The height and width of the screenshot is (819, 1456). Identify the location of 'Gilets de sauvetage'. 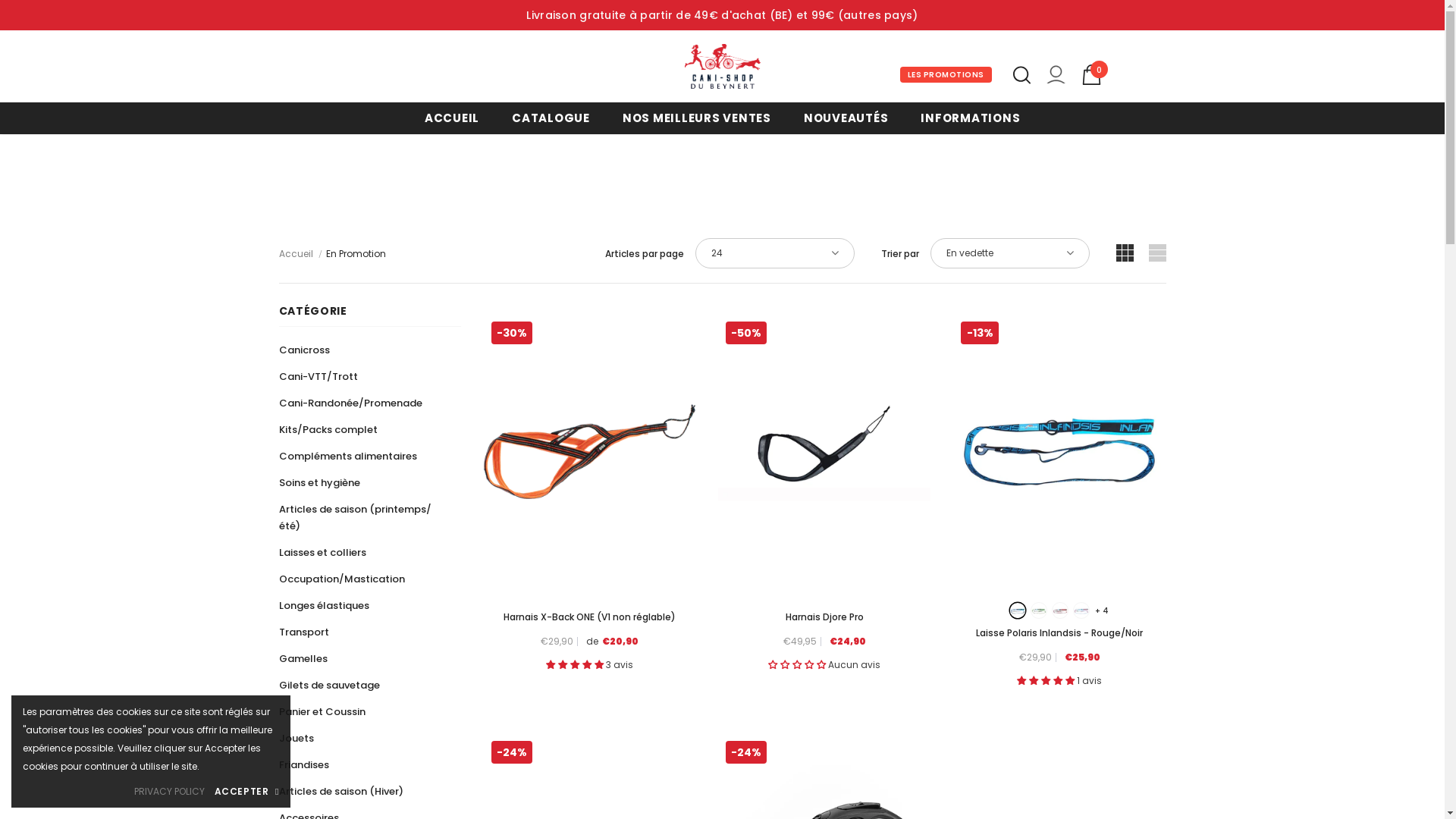
(279, 685).